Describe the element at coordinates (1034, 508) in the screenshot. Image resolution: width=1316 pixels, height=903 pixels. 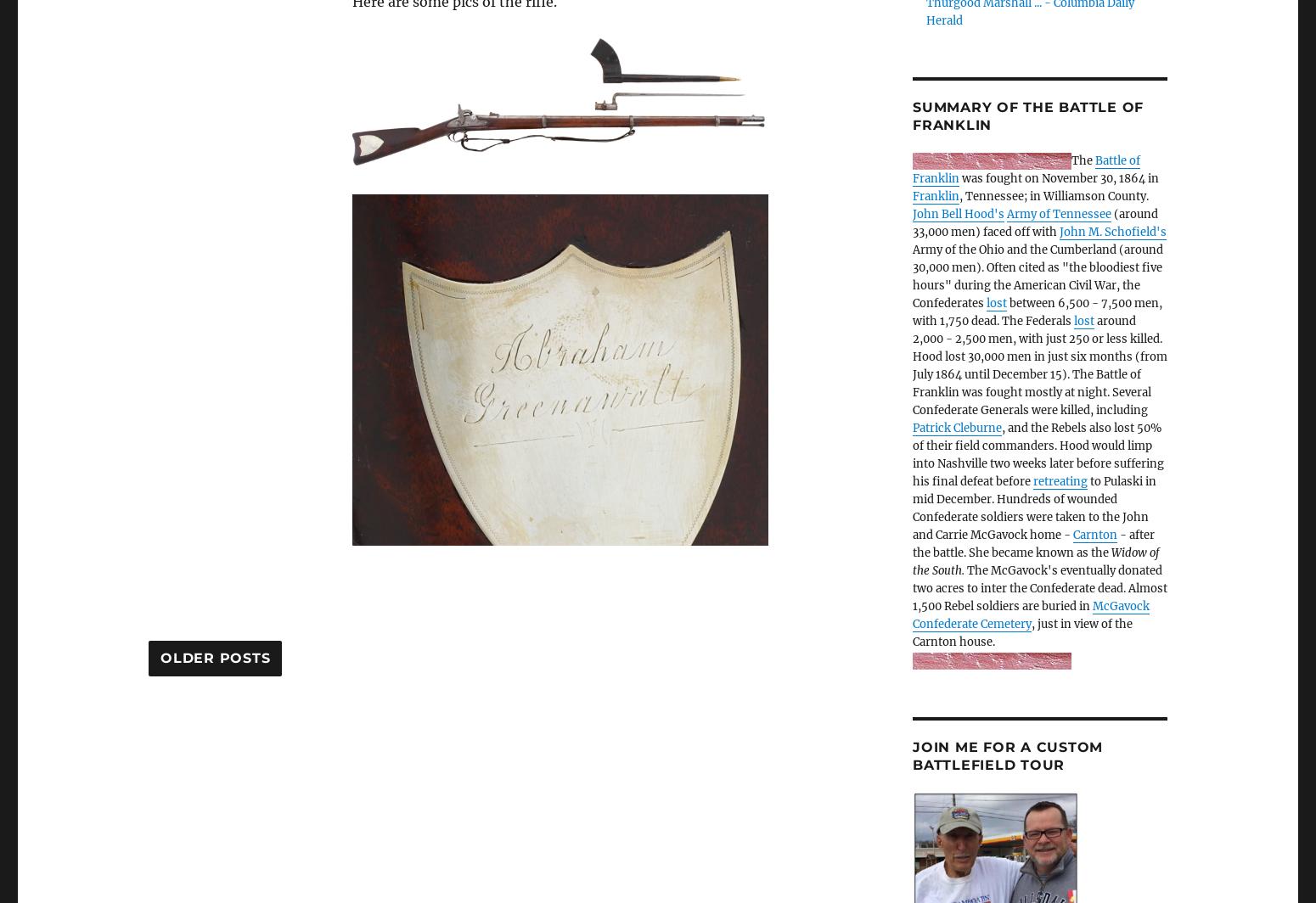
I see `'to Pulaski in mid December. Hundreds of wounded Confederate soldiers were taken to the John and Carrie McGavock home -'` at that location.